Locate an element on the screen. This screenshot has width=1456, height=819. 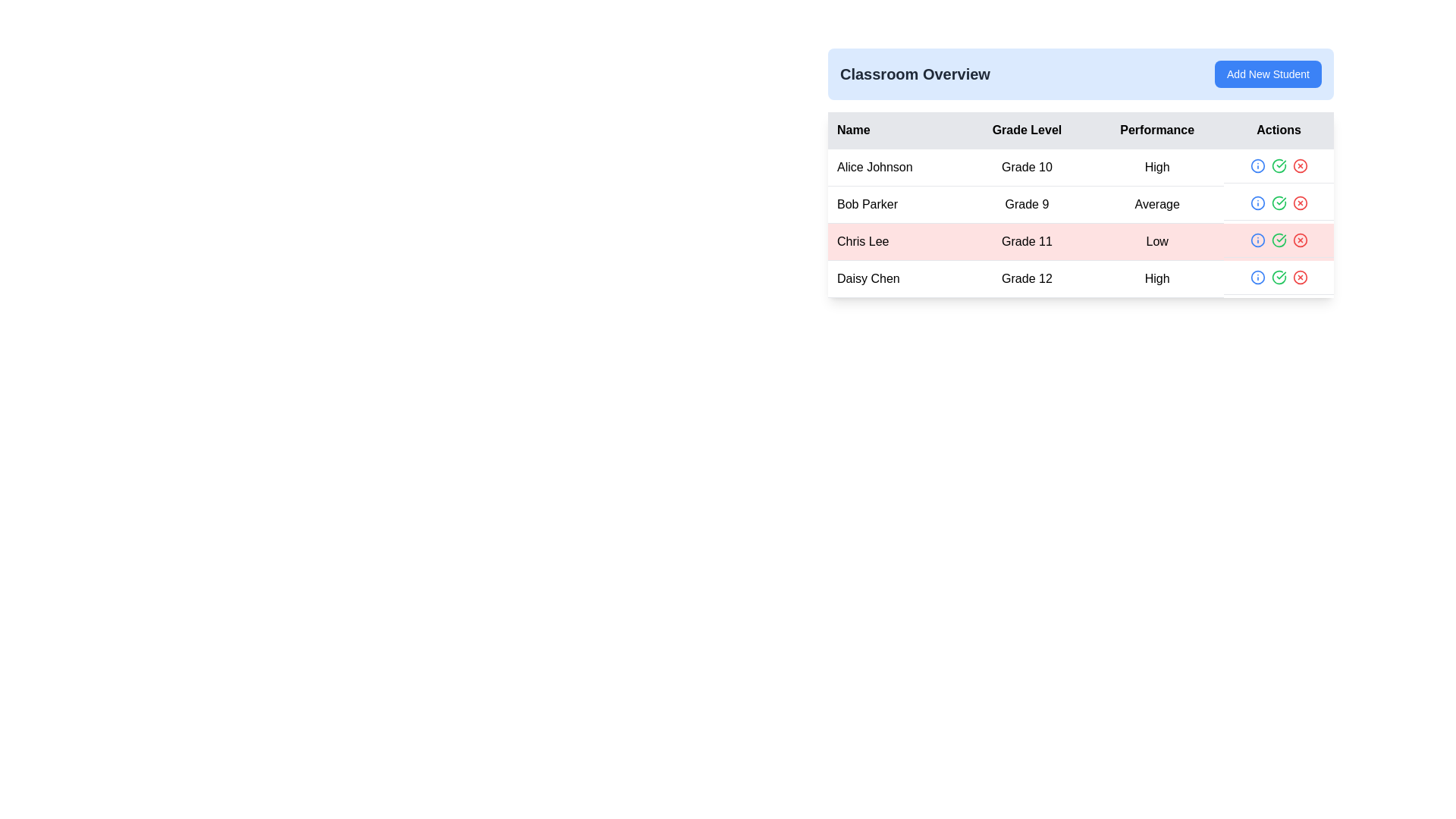
the red 'x' icon in the Action buttons group located in the 'Actions' column of the last row corresponding to the 'Daisy Chen' entry for Grade 12 is located at coordinates (1278, 278).